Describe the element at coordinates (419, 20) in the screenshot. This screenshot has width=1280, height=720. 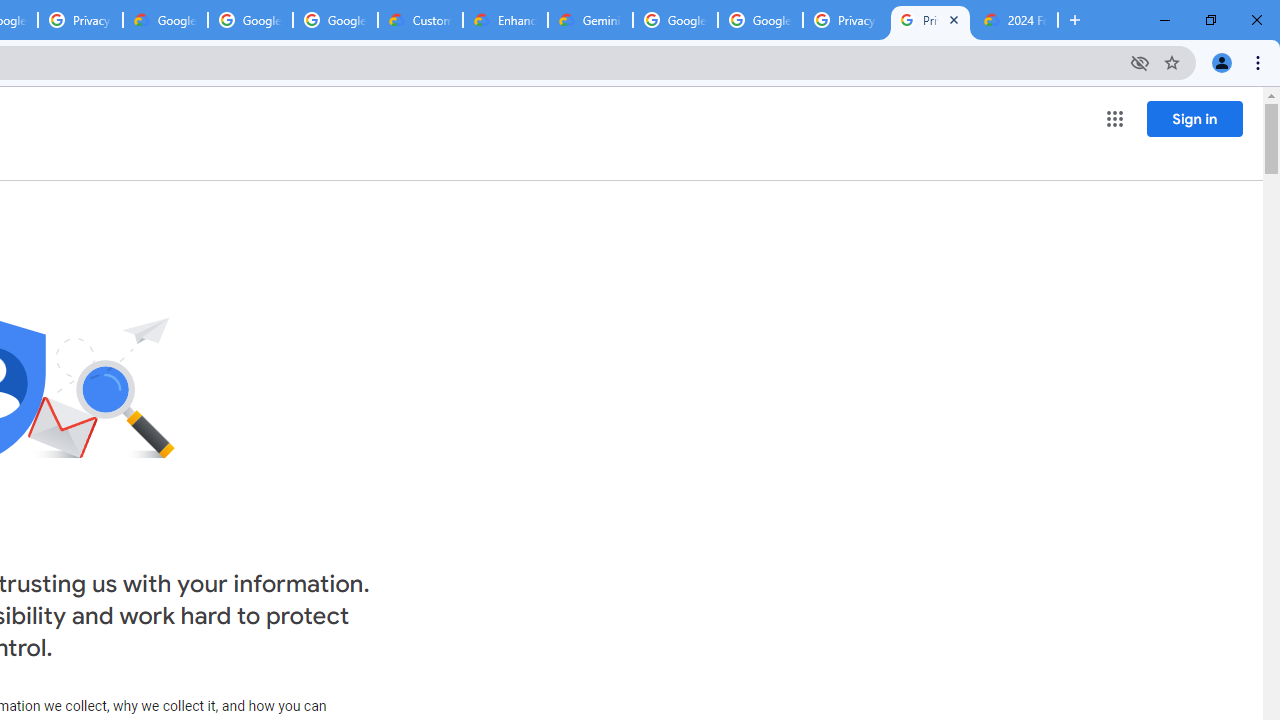
I see `'Customer Care | Google Cloud'` at that location.